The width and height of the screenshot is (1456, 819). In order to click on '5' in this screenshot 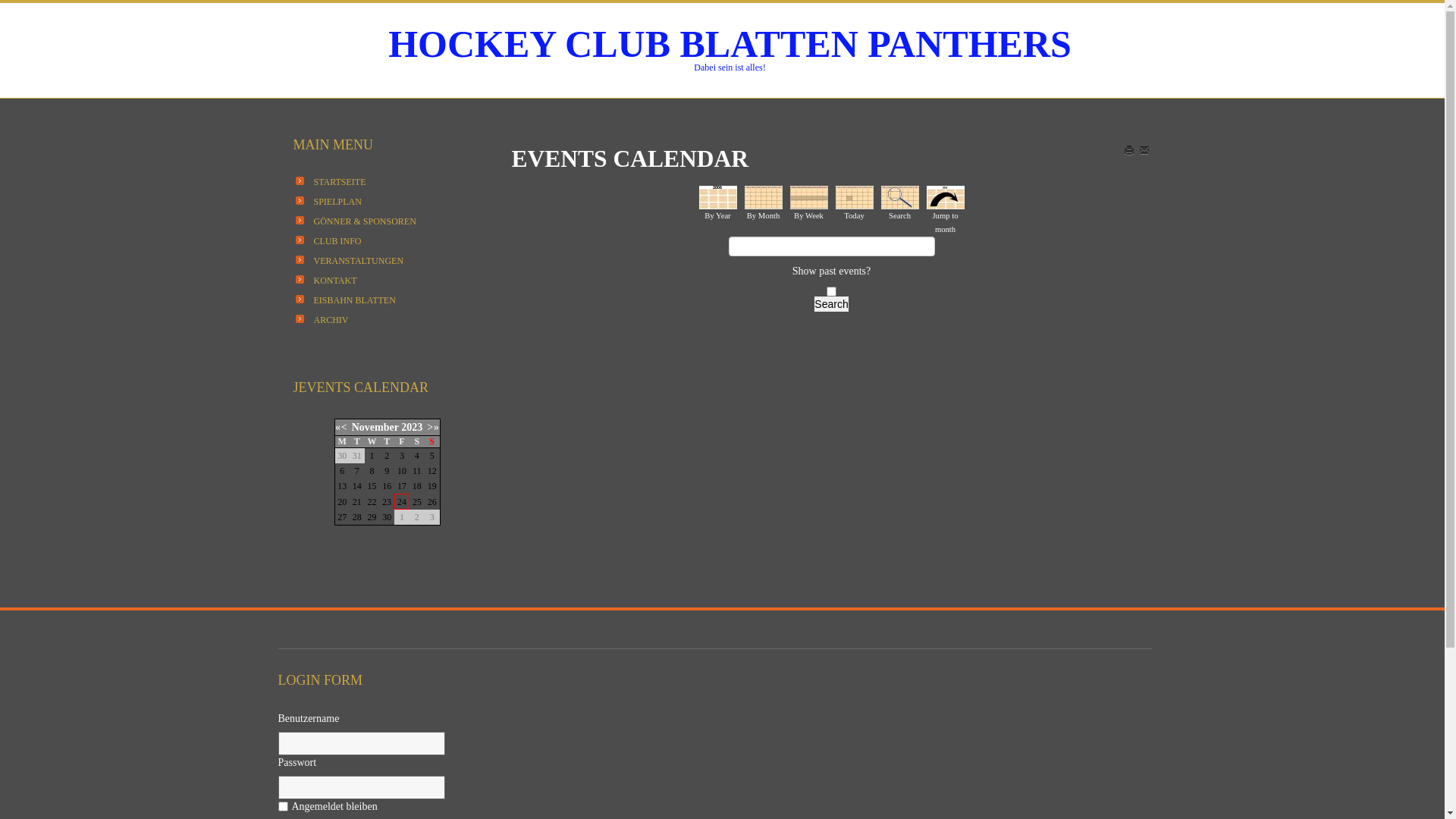, I will do `click(431, 455)`.